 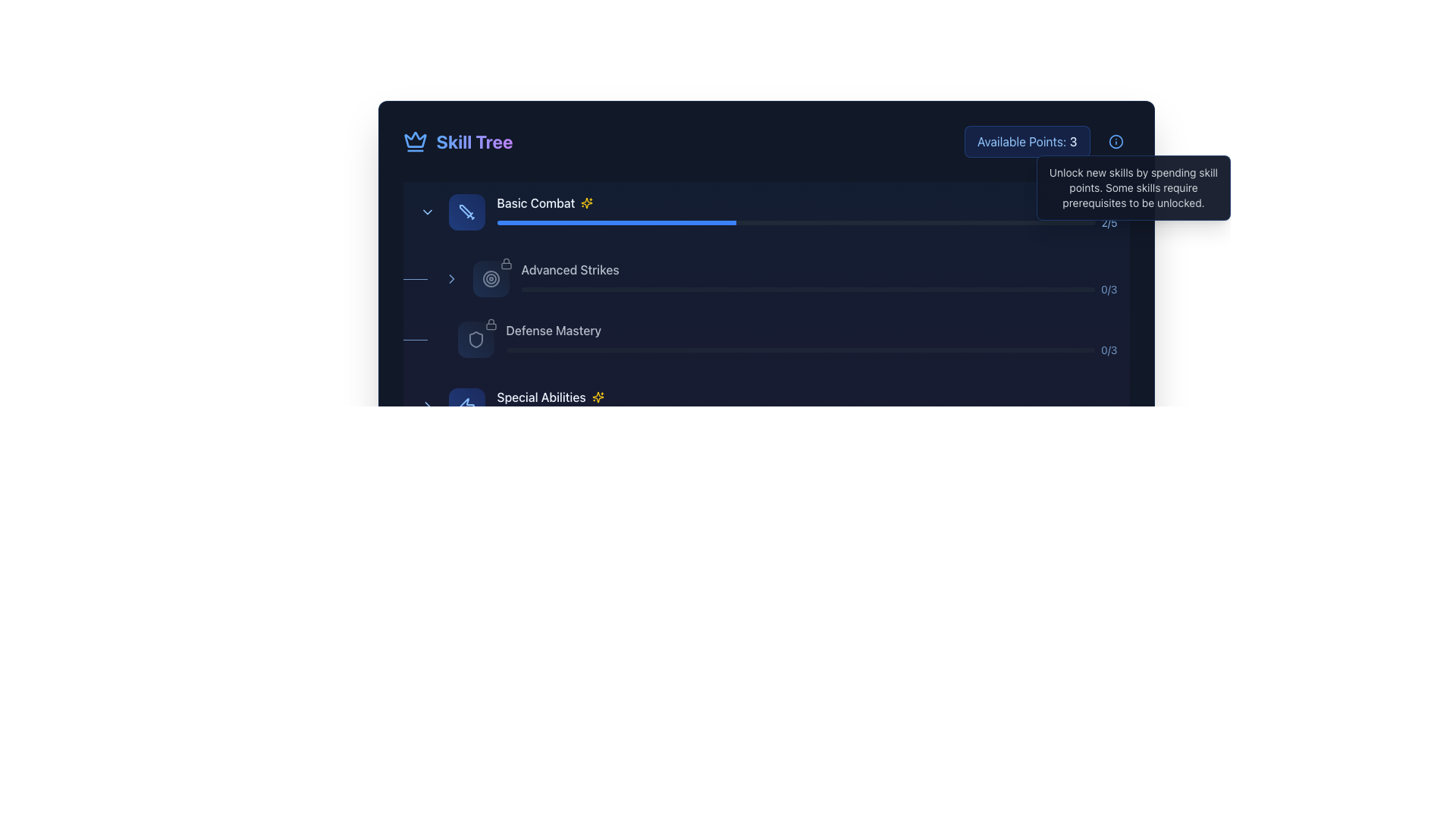 I want to click on the Progress bar for 'Basic Combat' skill located, so click(x=766, y=212).